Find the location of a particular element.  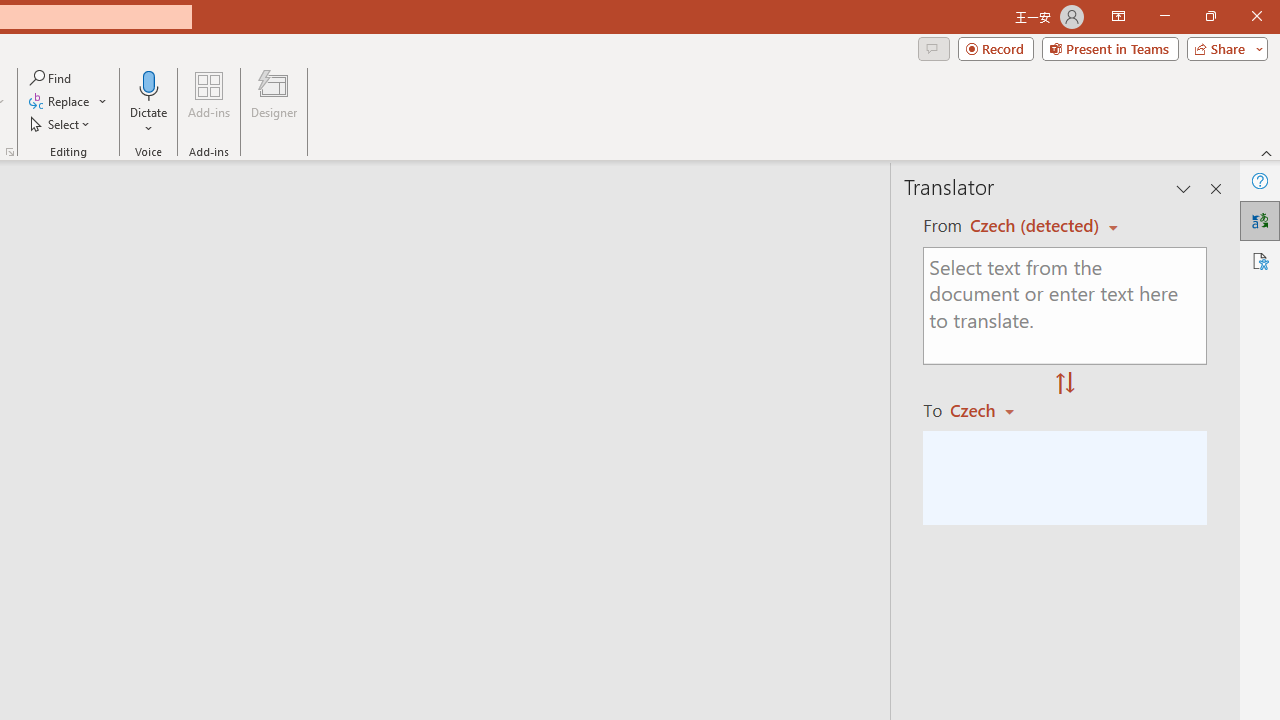

'Replace...' is located at coordinates (60, 101).